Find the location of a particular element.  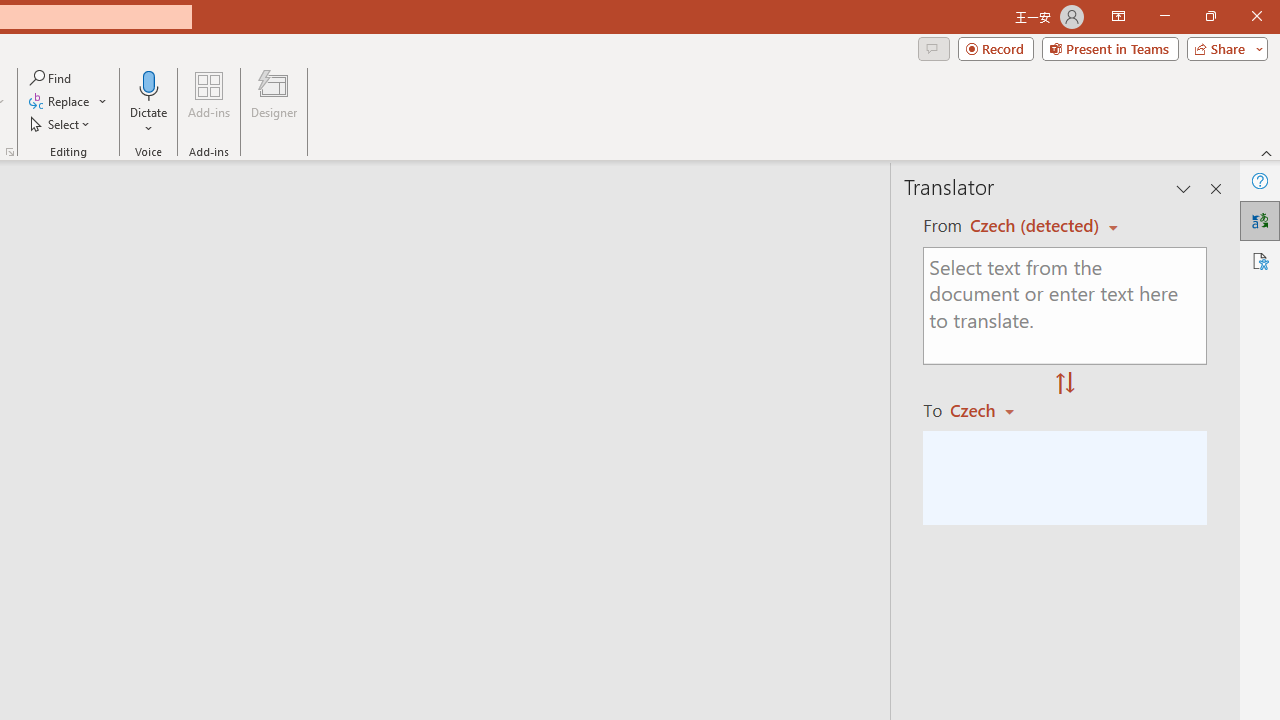

'Replace...' is located at coordinates (60, 101).